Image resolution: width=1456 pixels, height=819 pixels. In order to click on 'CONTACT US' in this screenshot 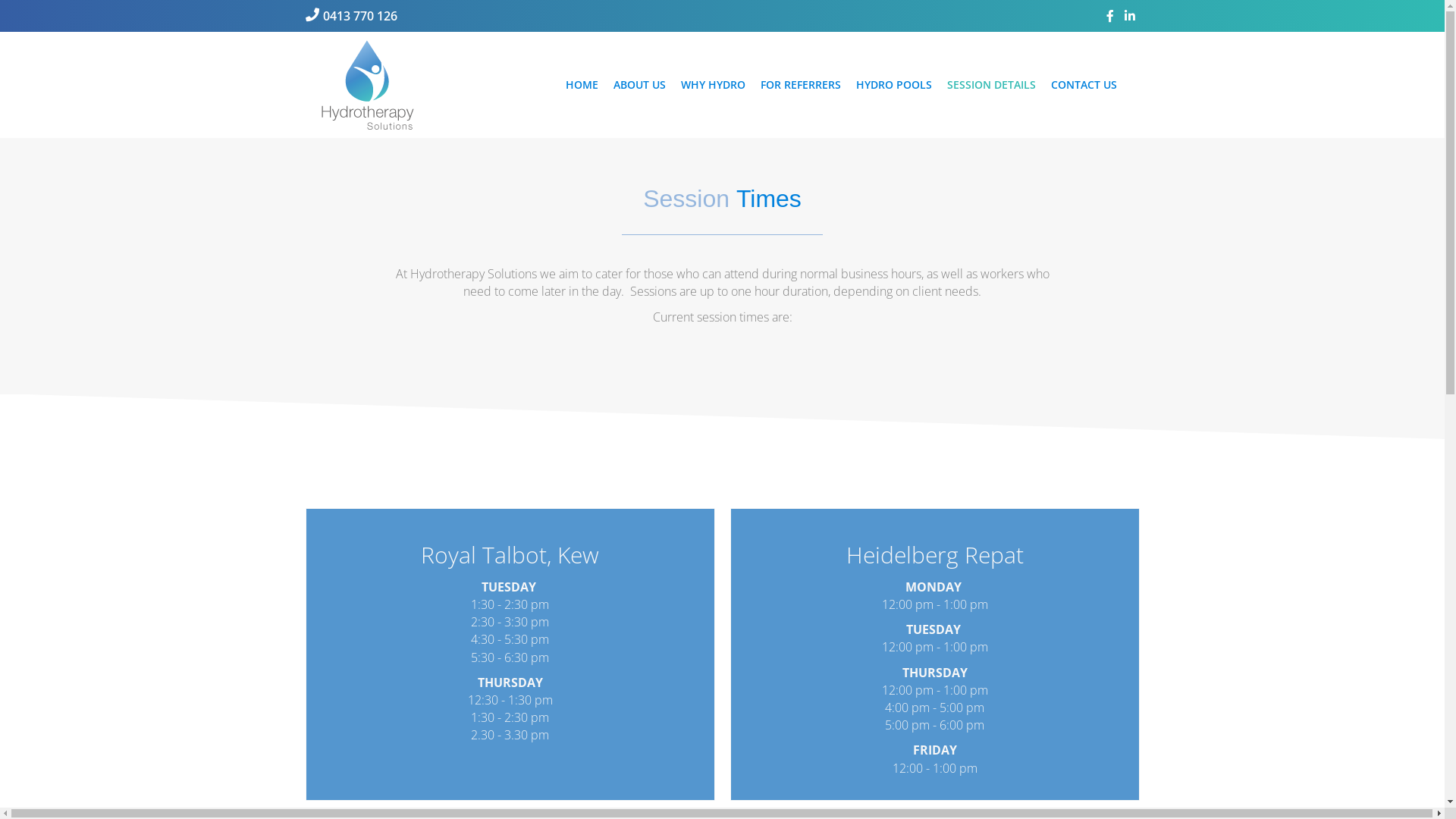, I will do `click(1083, 84)`.